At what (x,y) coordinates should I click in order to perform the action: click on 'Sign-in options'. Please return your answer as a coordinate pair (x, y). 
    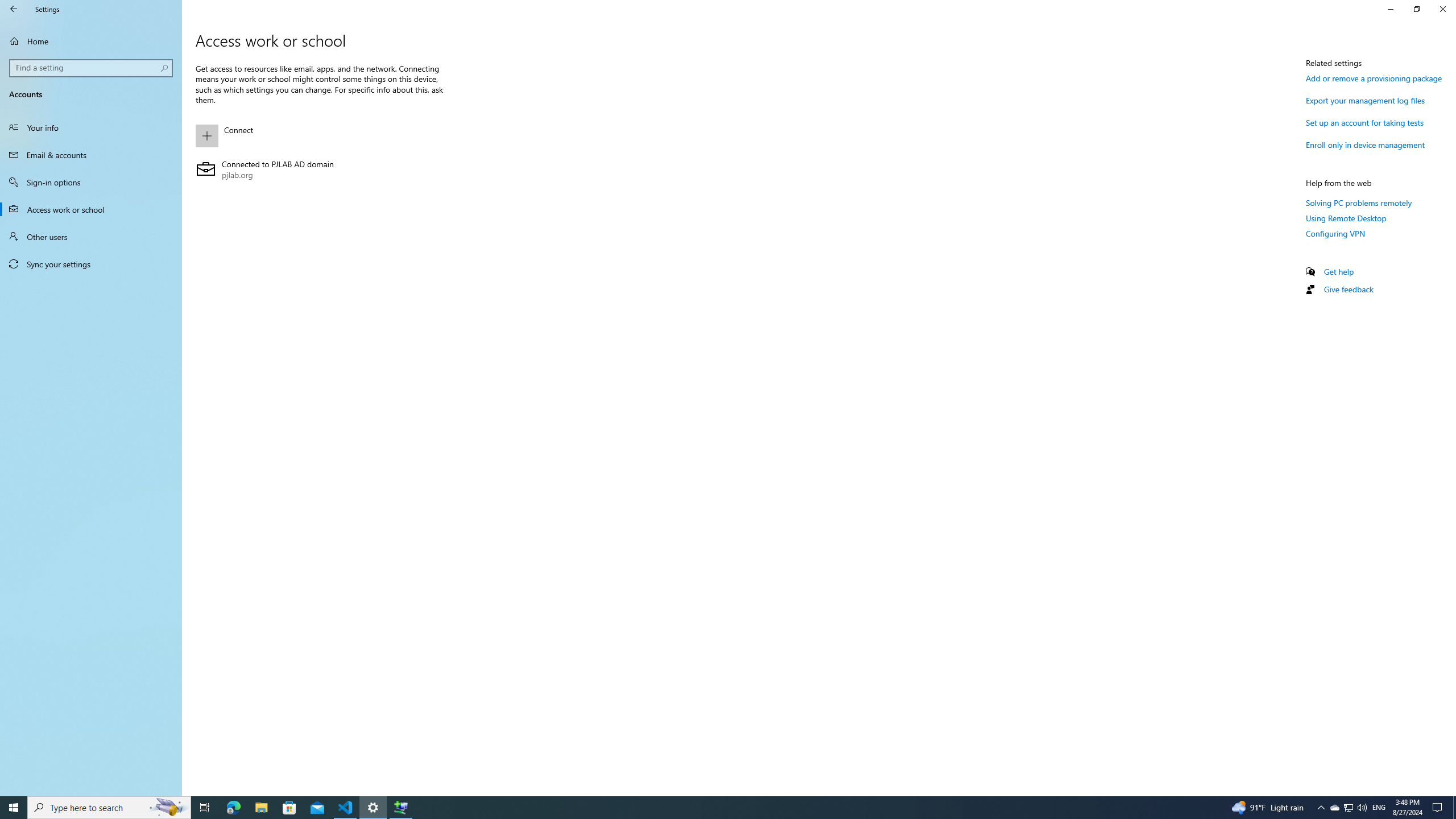
    Looking at the image, I should click on (90, 181).